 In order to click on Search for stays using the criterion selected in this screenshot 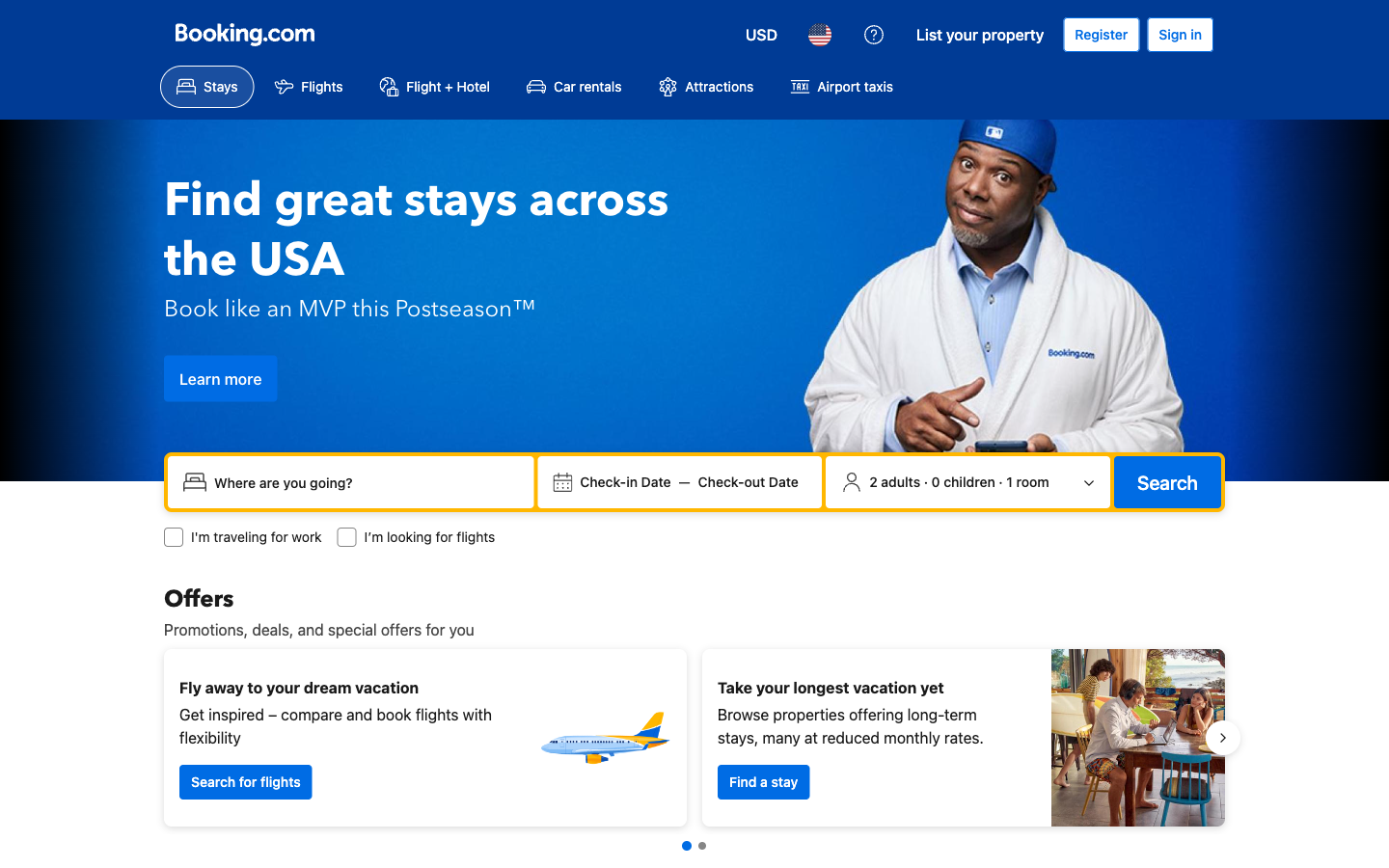, I will do `click(1166, 481)`.